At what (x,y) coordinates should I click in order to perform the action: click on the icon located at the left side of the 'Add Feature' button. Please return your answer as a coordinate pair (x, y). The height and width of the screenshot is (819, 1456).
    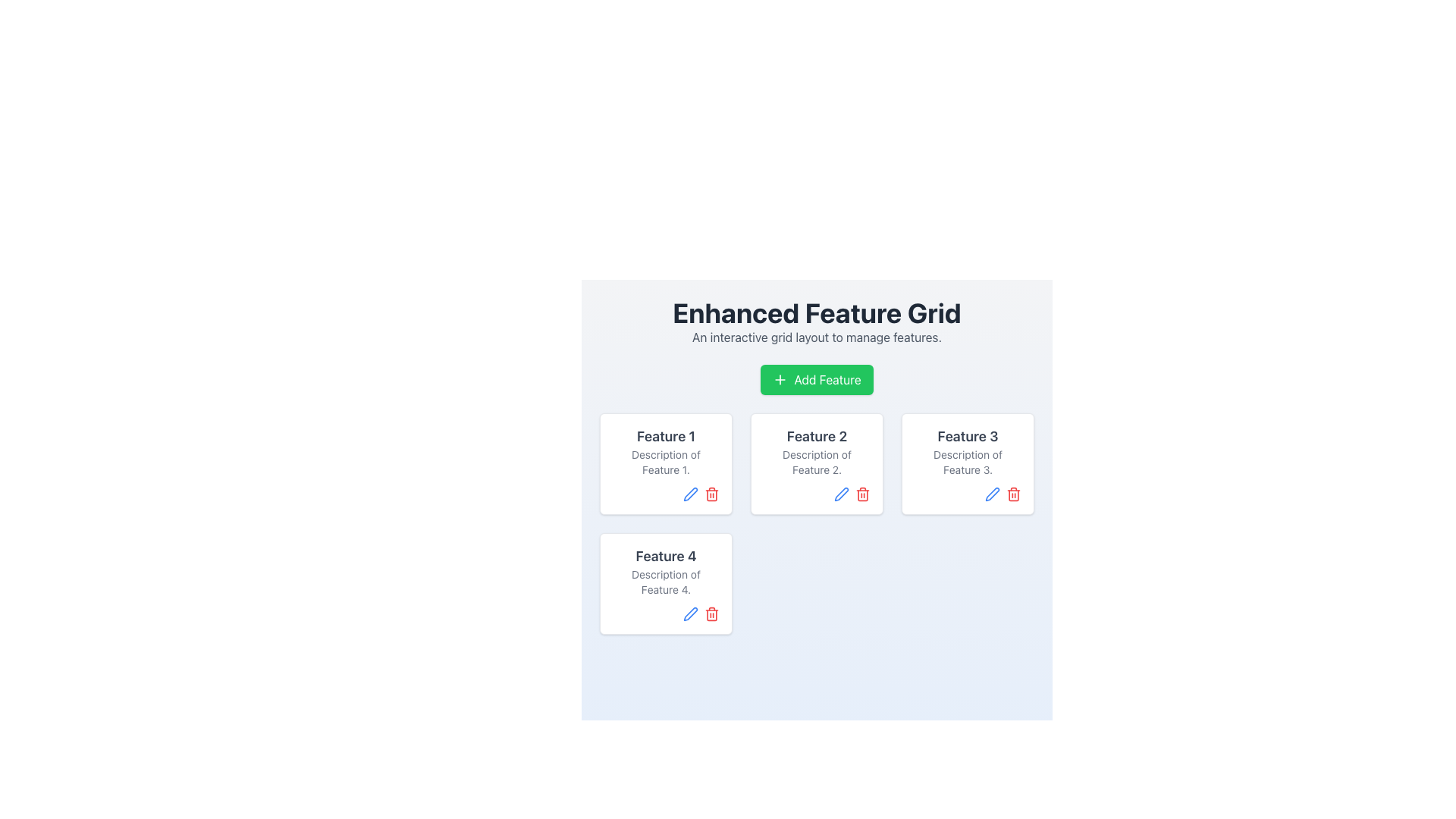
    Looking at the image, I should click on (780, 379).